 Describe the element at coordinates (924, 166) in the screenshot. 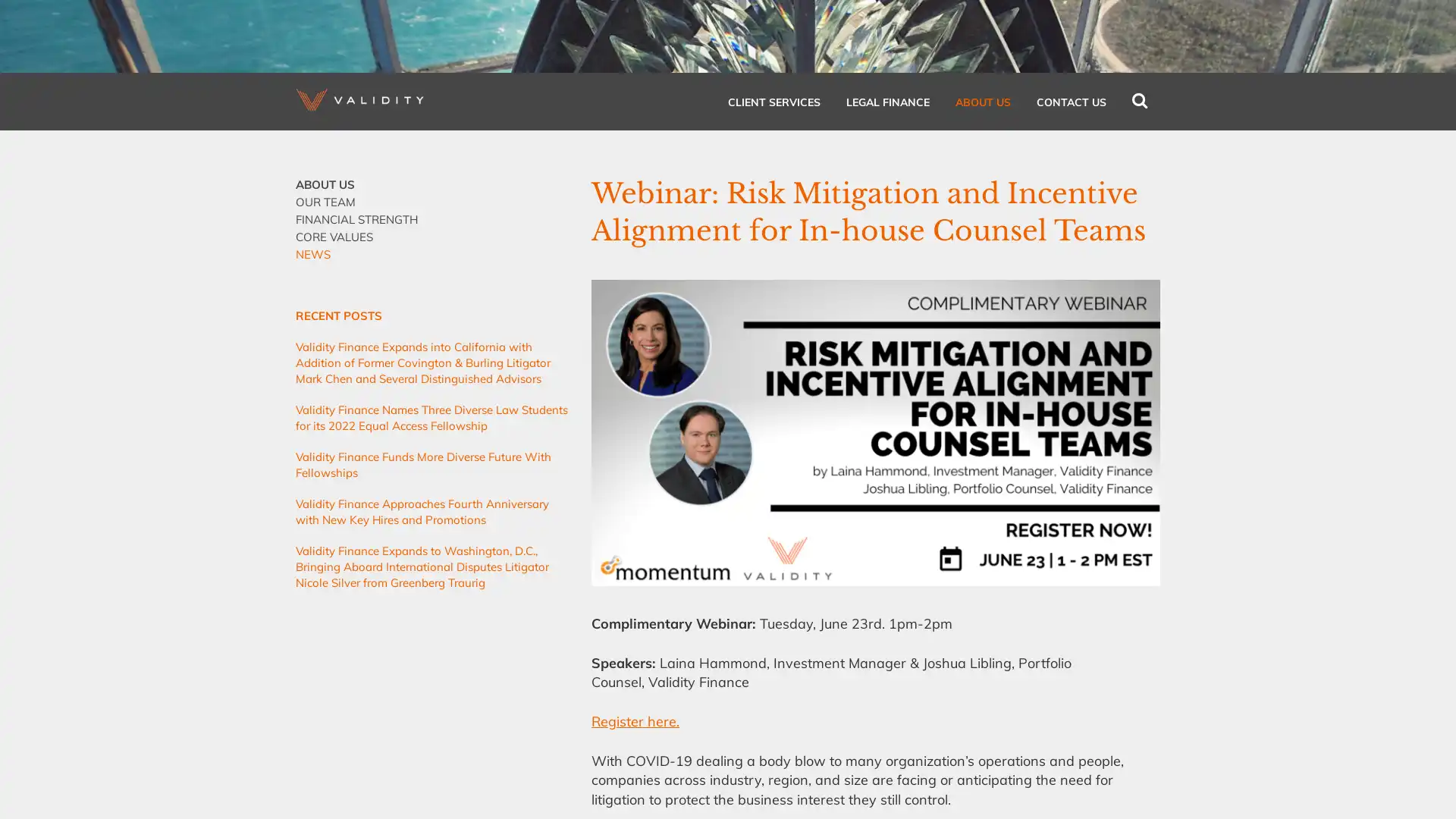

I see `Close` at that location.